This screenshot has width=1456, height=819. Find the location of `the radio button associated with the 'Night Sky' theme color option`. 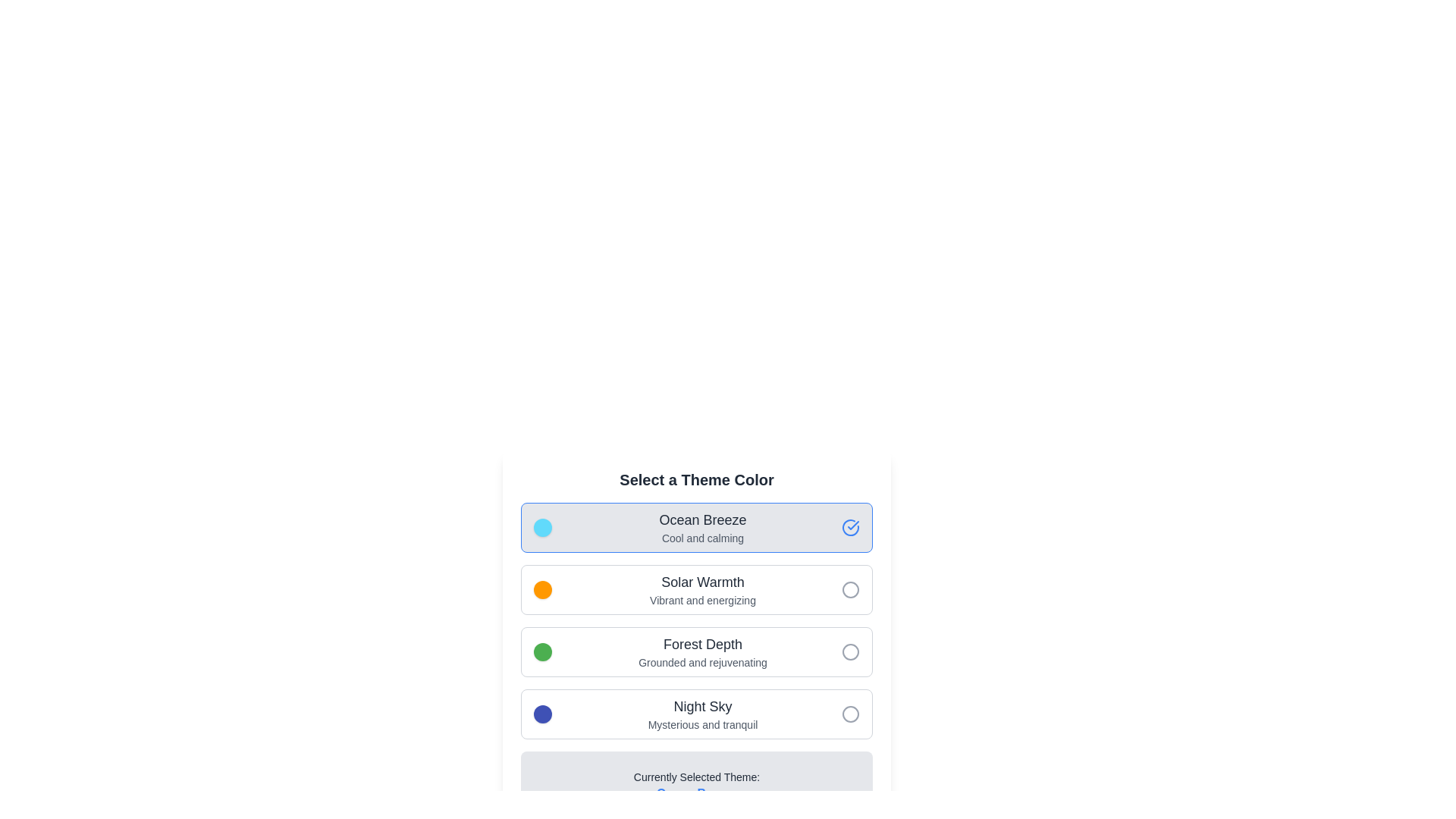

the radio button associated with the 'Night Sky' theme color option is located at coordinates (851, 714).